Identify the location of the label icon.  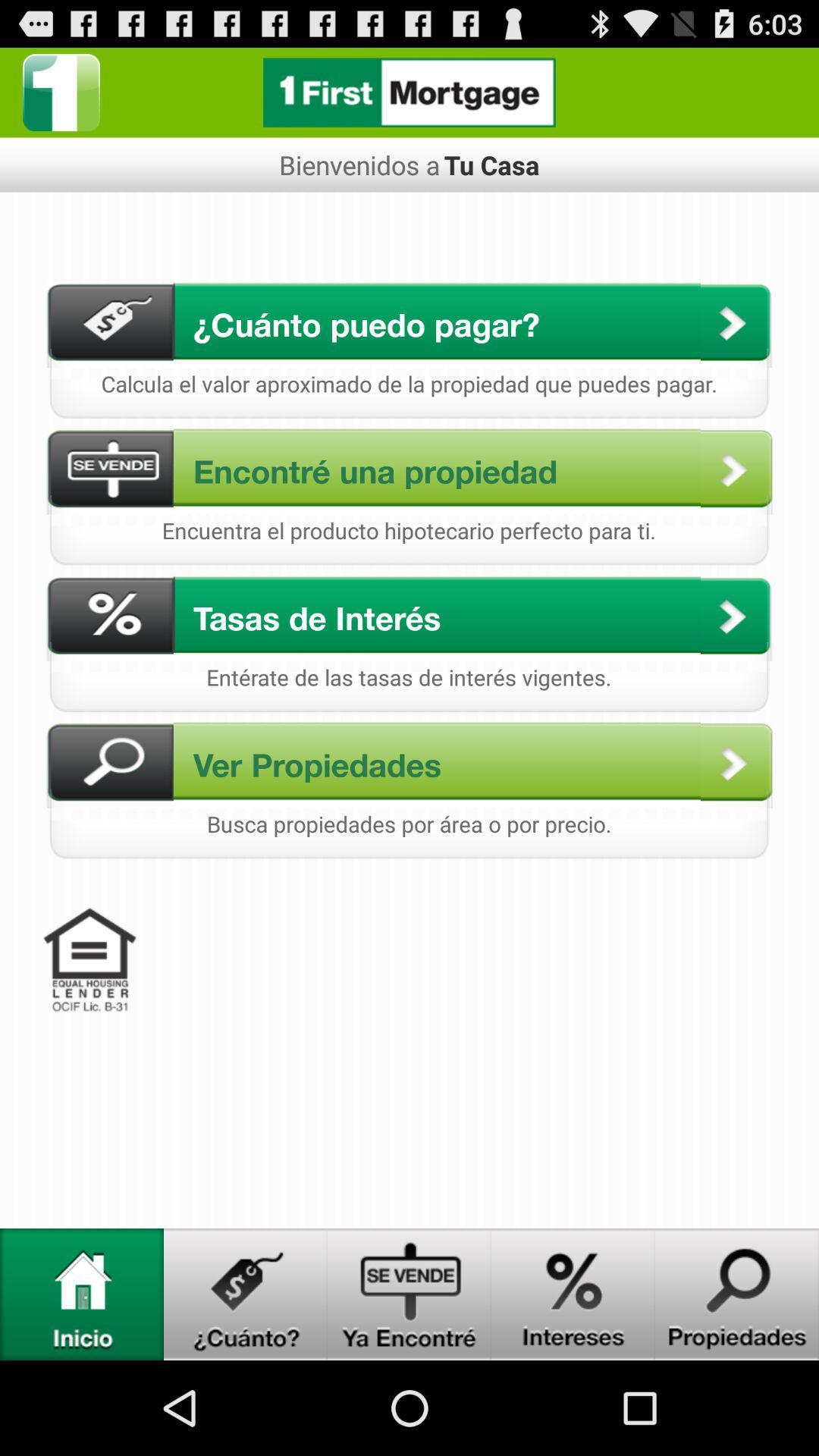
(245, 1385).